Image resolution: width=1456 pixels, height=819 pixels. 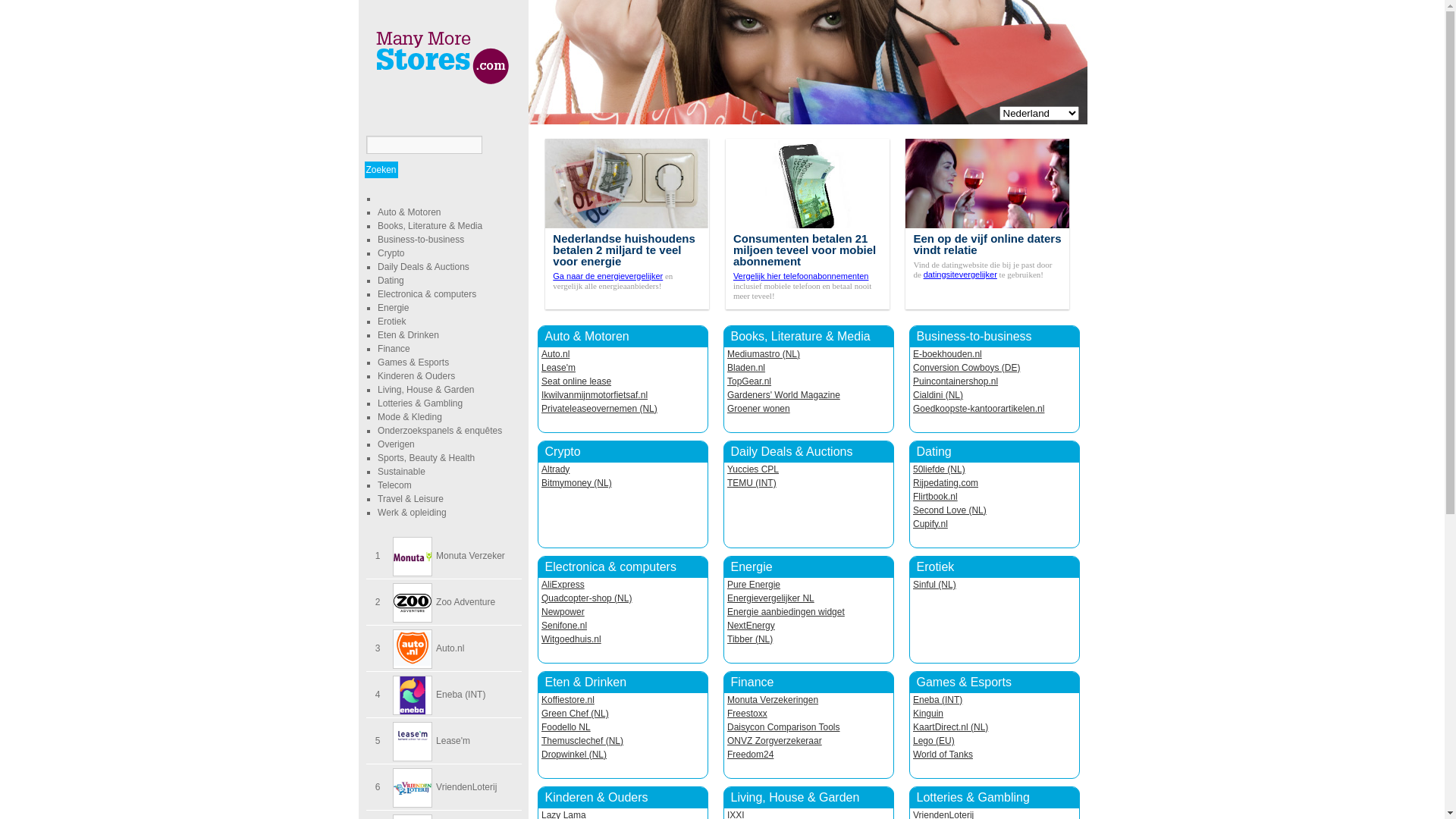 What do you see at coordinates (912, 380) in the screenshot?
I see `'Puincontainershop.nl'` at bounding box center [912, 380].